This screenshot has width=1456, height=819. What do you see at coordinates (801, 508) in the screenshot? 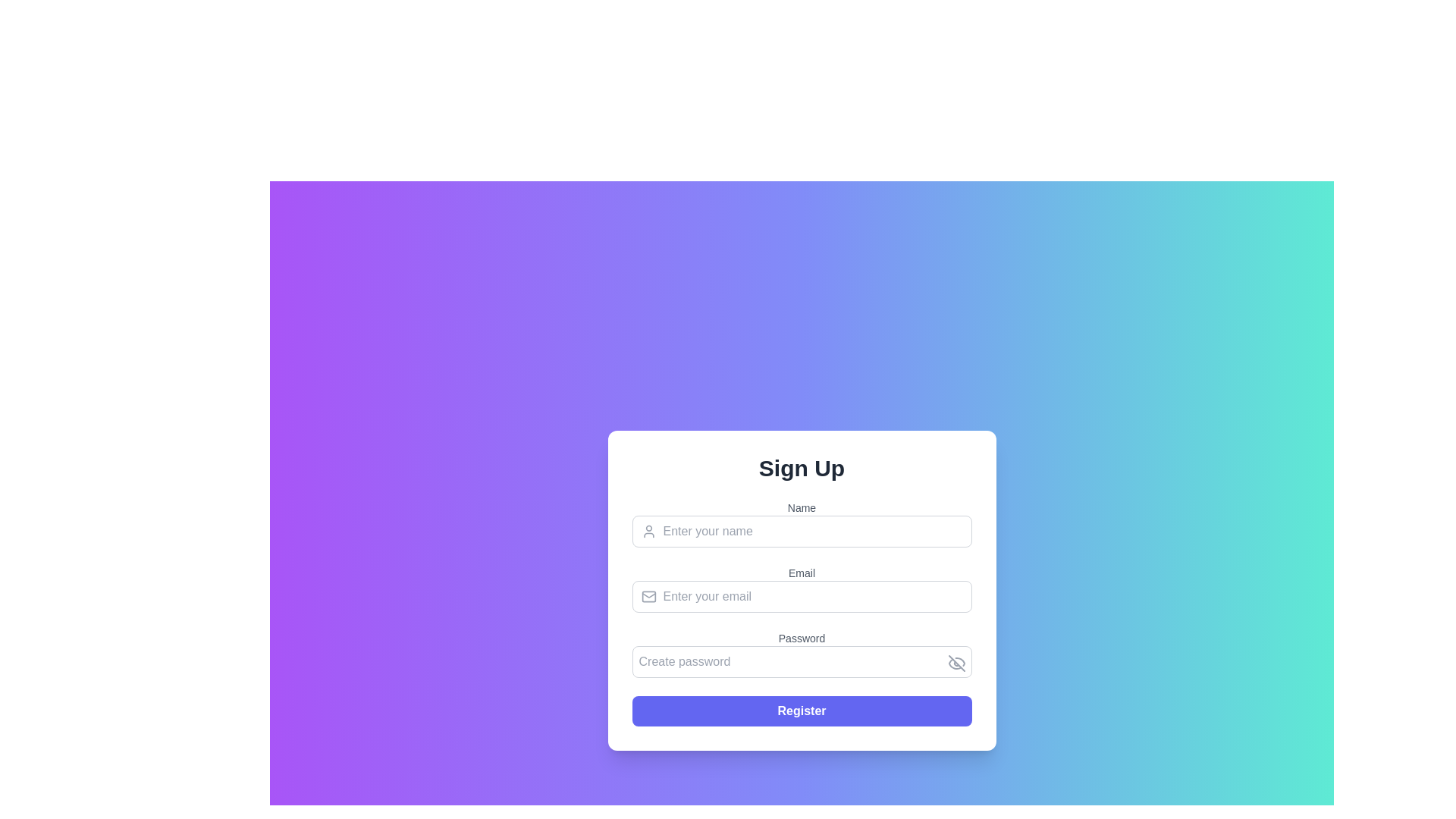
I see `the 'Name' text label in the user registration form, which is styled in a smaller font and gray color, located directly above the name input field` at bounding box center [801, 508].